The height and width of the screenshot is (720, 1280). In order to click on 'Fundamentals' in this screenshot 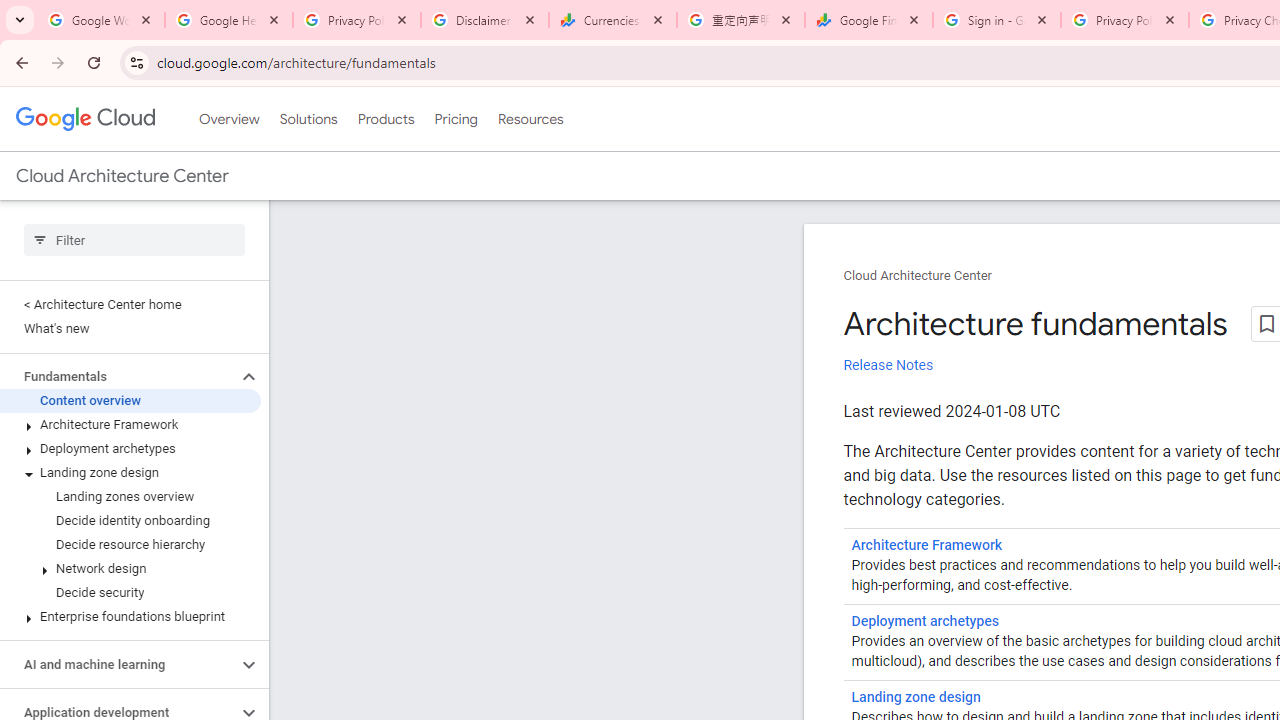, I will do `click(117, 376)`.